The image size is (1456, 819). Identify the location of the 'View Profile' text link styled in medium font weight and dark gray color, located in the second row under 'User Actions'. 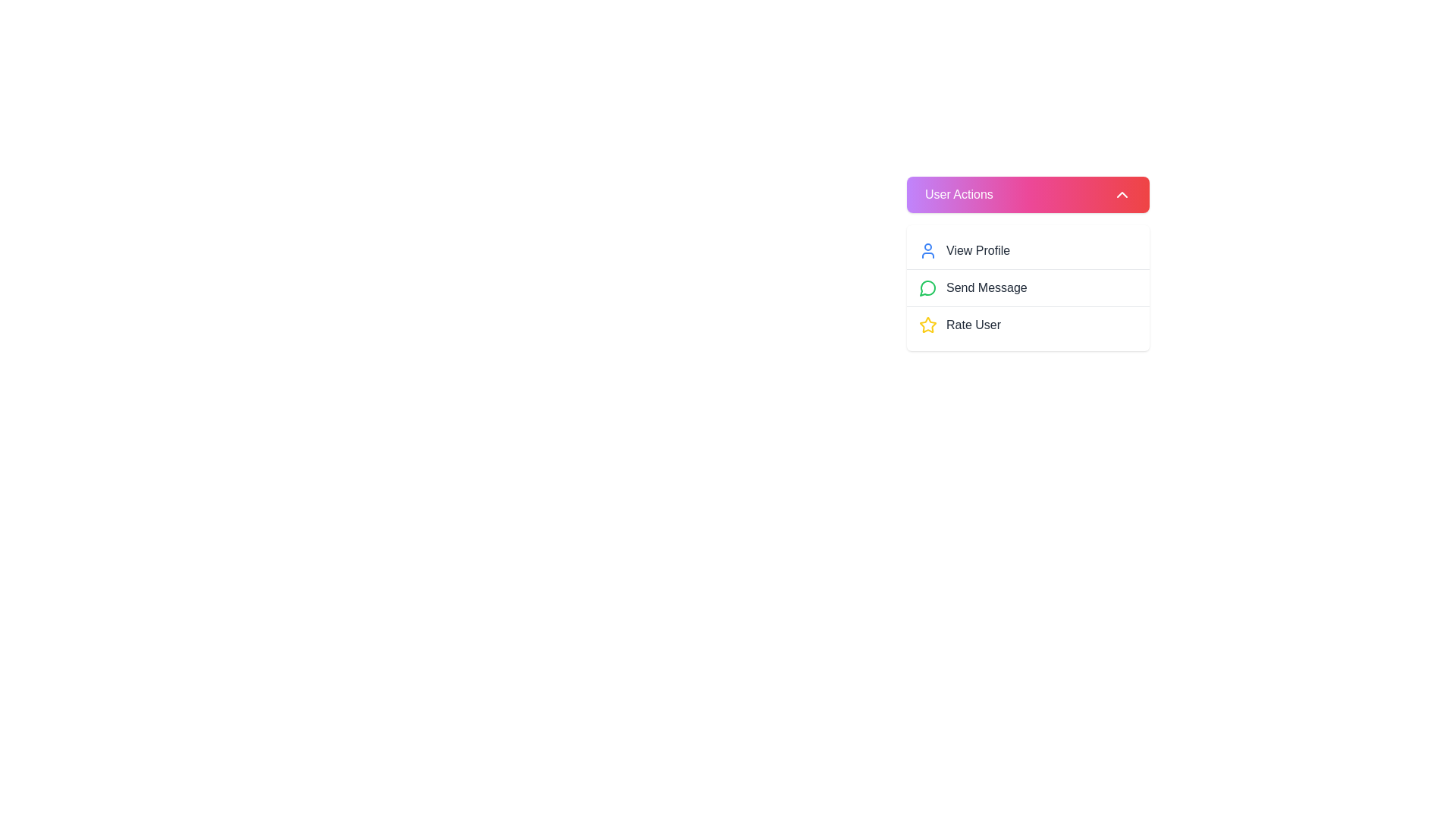
(978, 250).